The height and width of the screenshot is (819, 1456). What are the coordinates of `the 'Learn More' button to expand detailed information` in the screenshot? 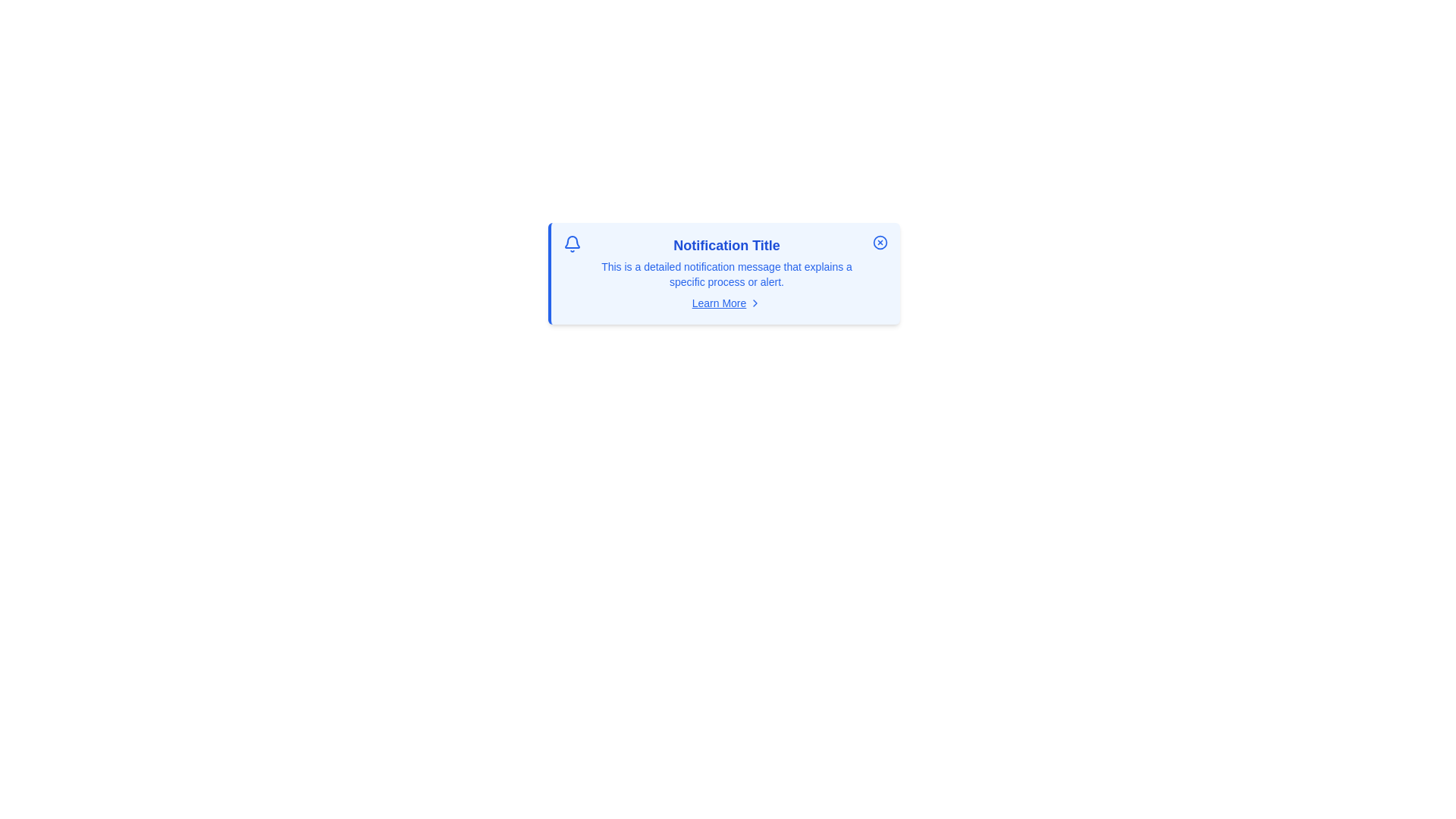 It's located at (726, 303).